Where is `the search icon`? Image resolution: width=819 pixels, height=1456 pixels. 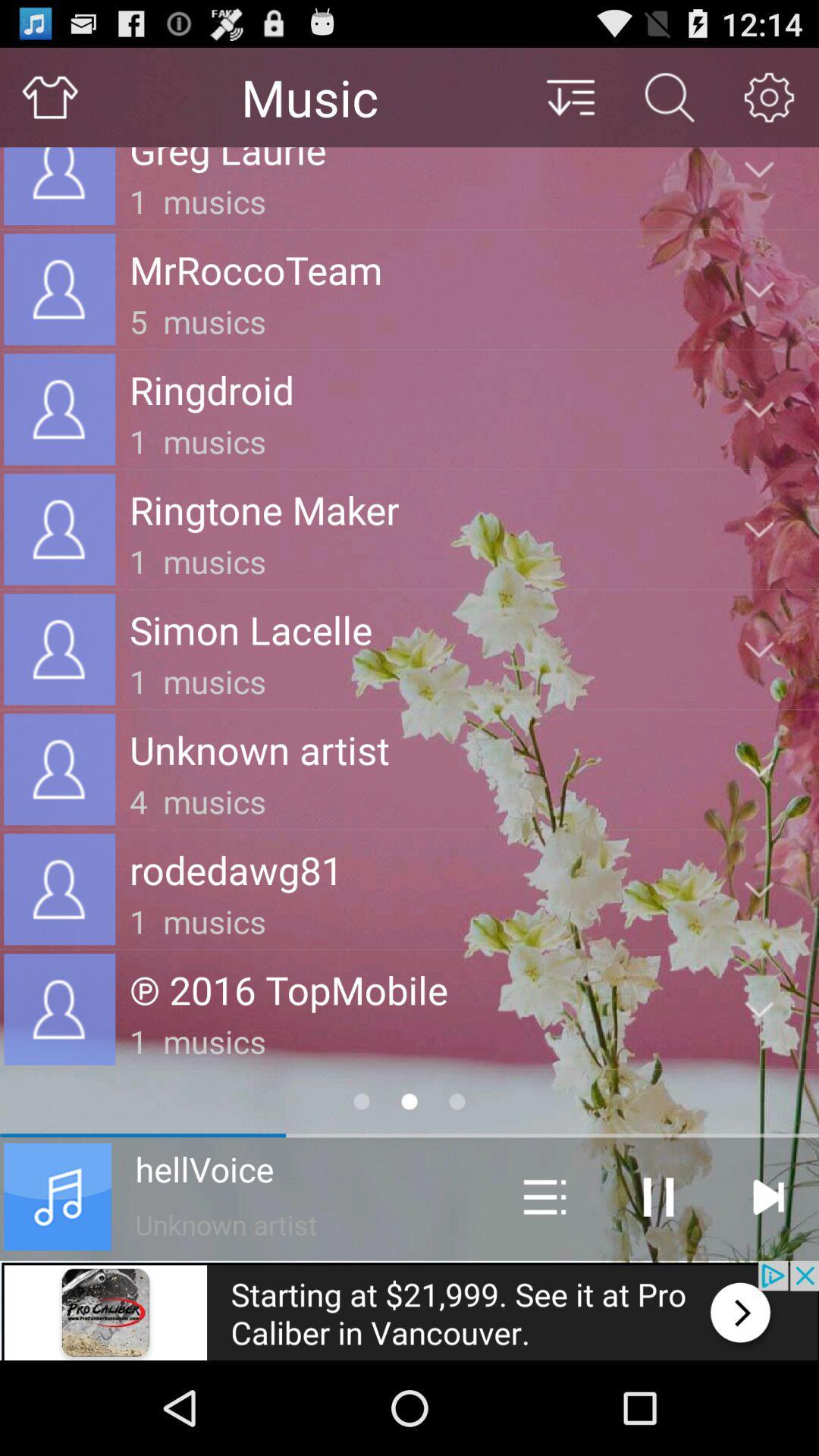 the search icon is located at coordinates (669, 103).